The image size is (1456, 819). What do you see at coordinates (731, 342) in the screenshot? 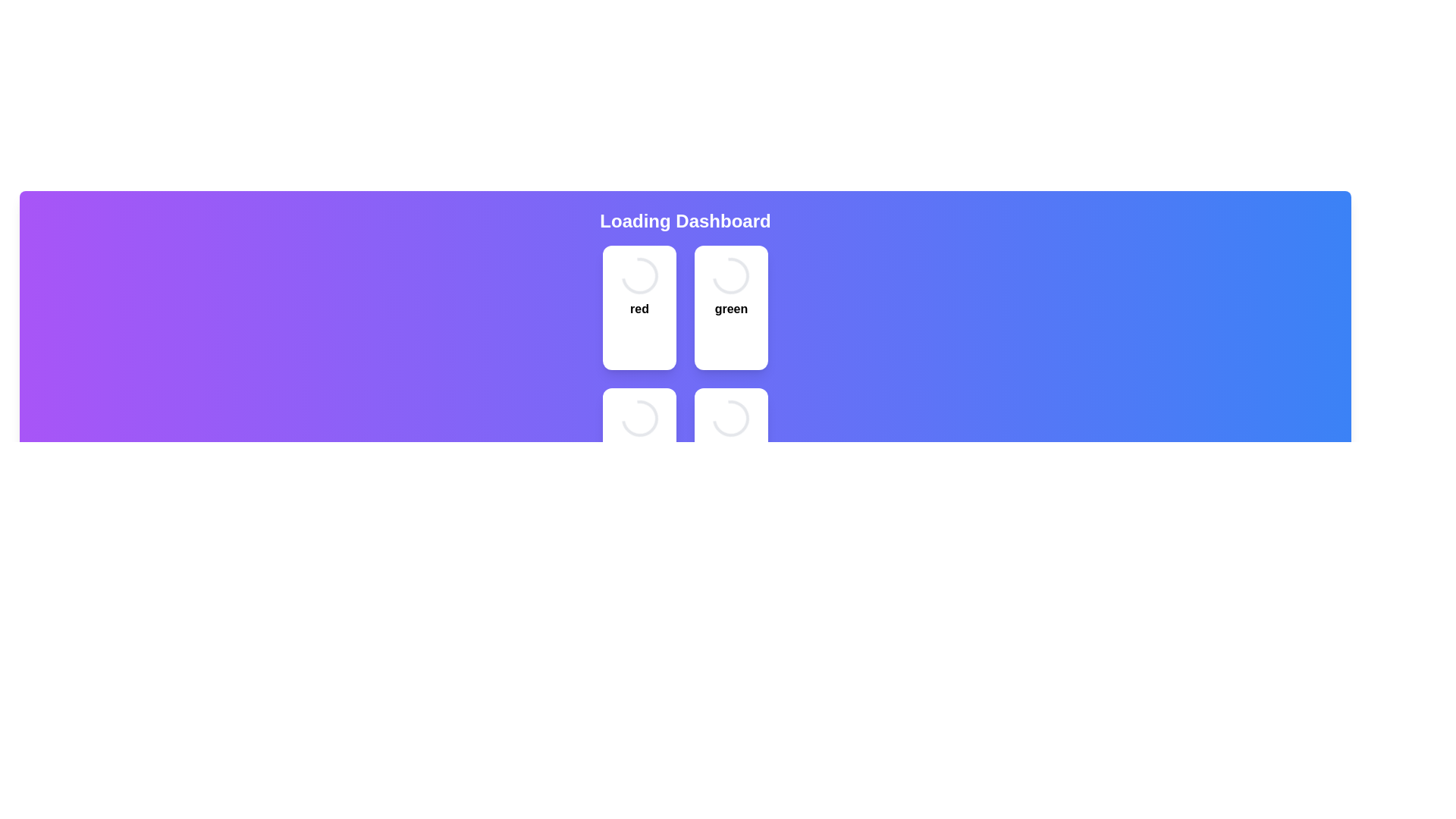
I see `the third button in the top-right panel, which is labeled 'green'` at bounding box center [731, 342].